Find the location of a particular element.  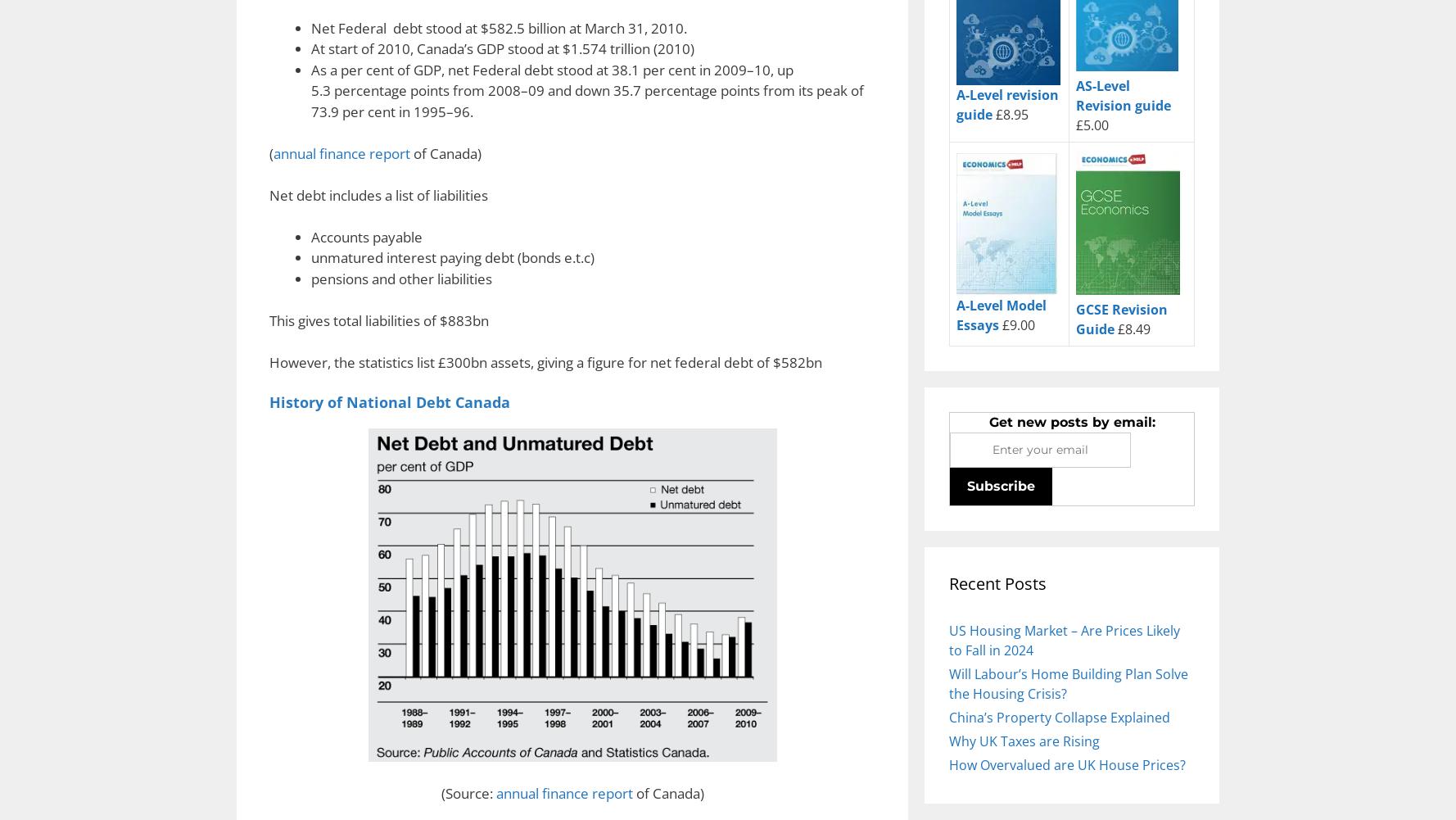

'AS-Level Revision guide' is located at coordinates (1075, 94).